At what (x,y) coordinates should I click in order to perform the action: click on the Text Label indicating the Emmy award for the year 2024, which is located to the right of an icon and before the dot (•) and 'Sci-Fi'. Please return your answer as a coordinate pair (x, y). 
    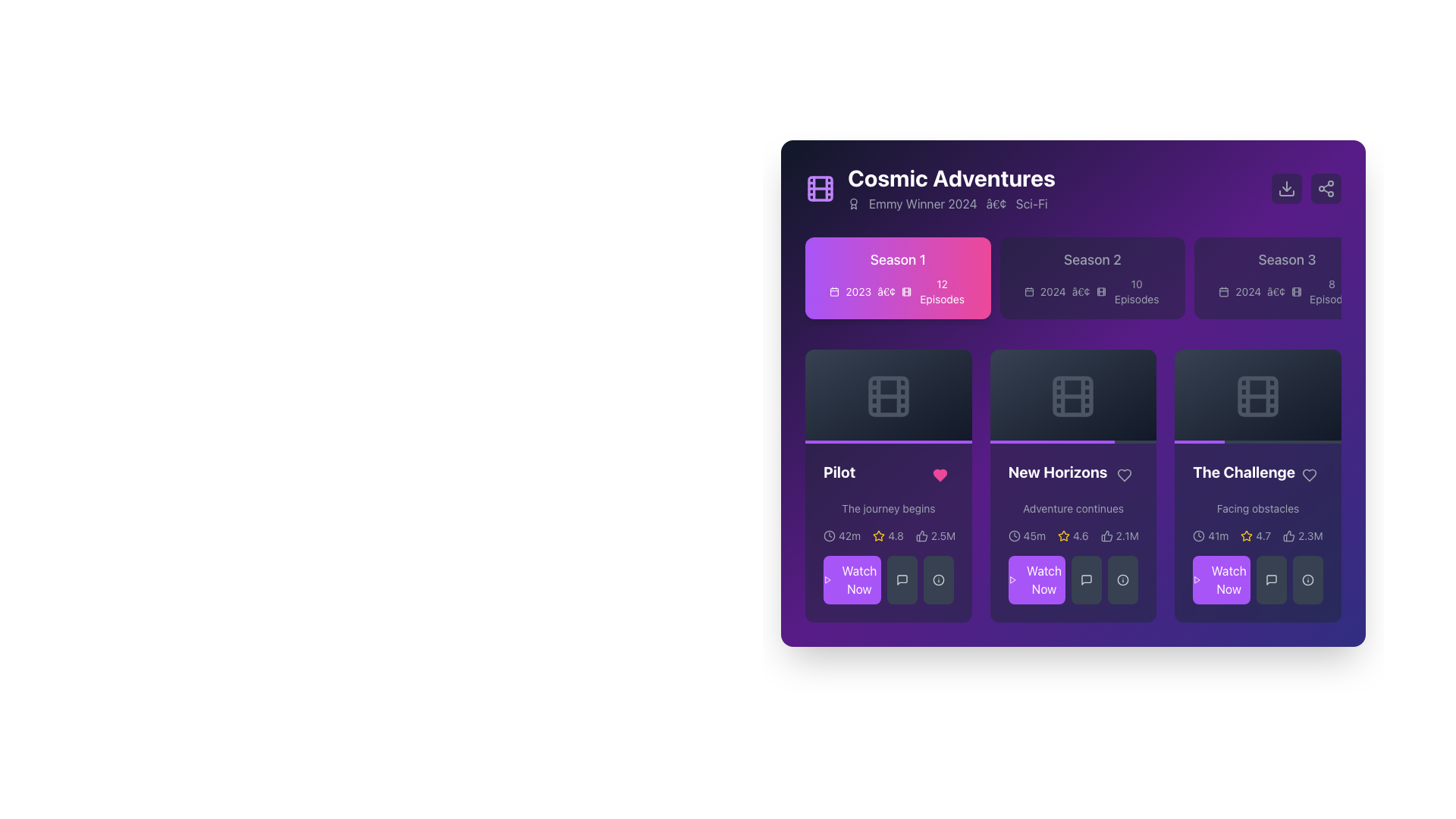
    Looking at the image, I should click on (922, 203).